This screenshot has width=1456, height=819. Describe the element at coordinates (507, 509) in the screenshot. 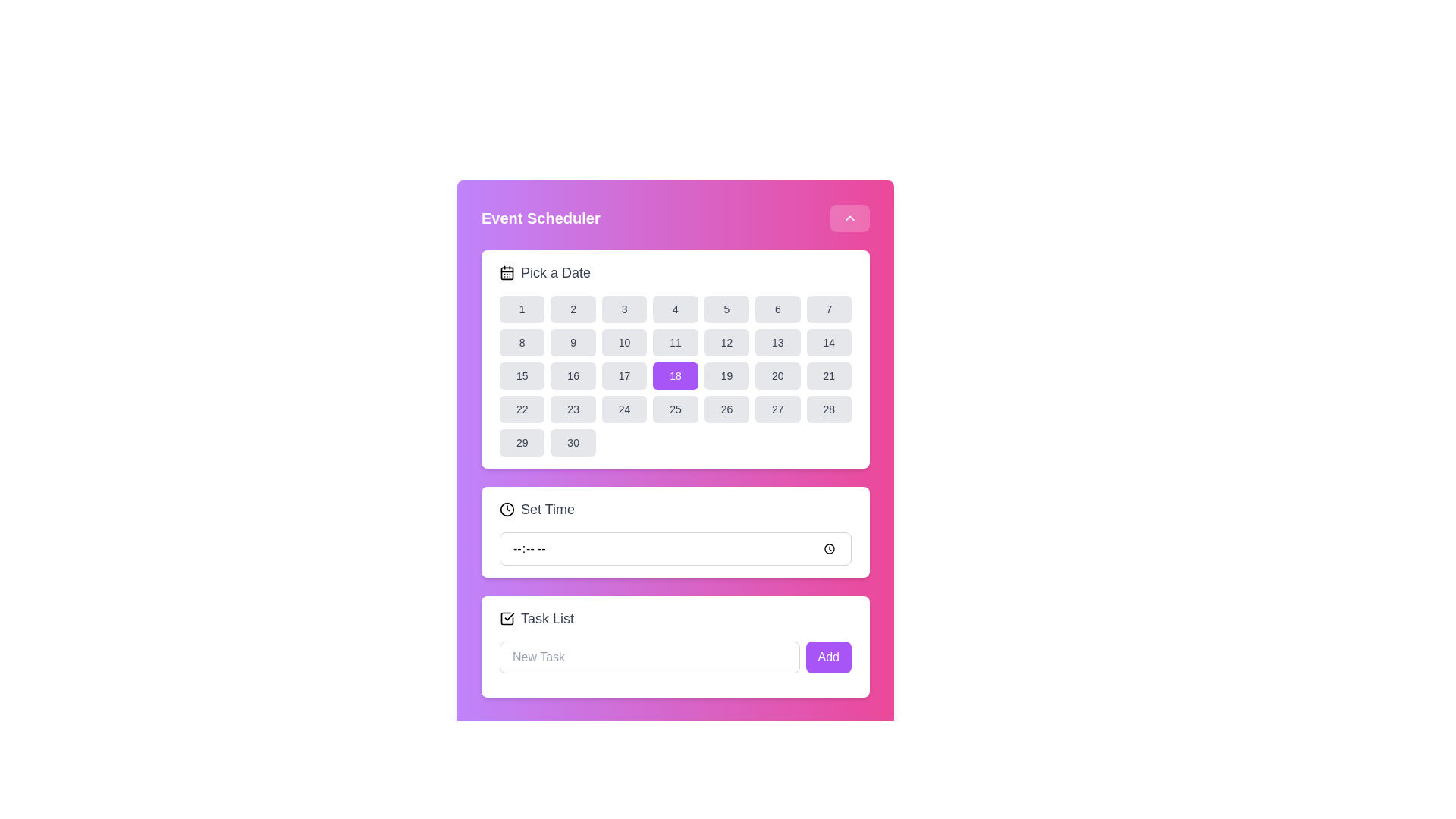

I see `the circular component resembling a clock face, which is part of the icon set next to the 'Set Time' label` at that location.